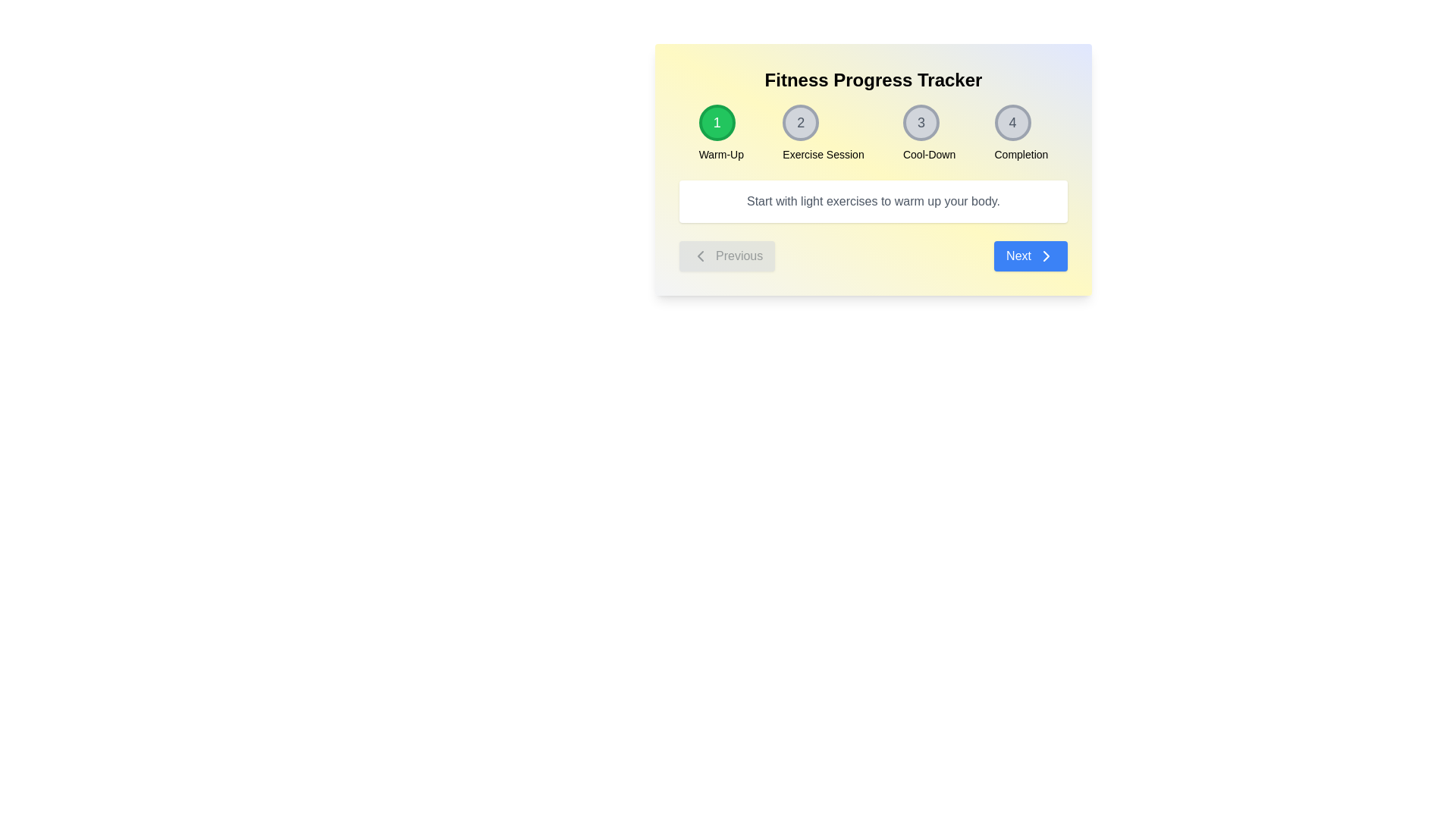 The height and width of the screenshot is (819, 1456). What do you see at coordinates (928, 155) in the screenshot?
I see `the text label indicating the 'Cool-Down' phase, which is the third step in the progress tracker located beneath the '3' step label` at bounding box center [928, 155].